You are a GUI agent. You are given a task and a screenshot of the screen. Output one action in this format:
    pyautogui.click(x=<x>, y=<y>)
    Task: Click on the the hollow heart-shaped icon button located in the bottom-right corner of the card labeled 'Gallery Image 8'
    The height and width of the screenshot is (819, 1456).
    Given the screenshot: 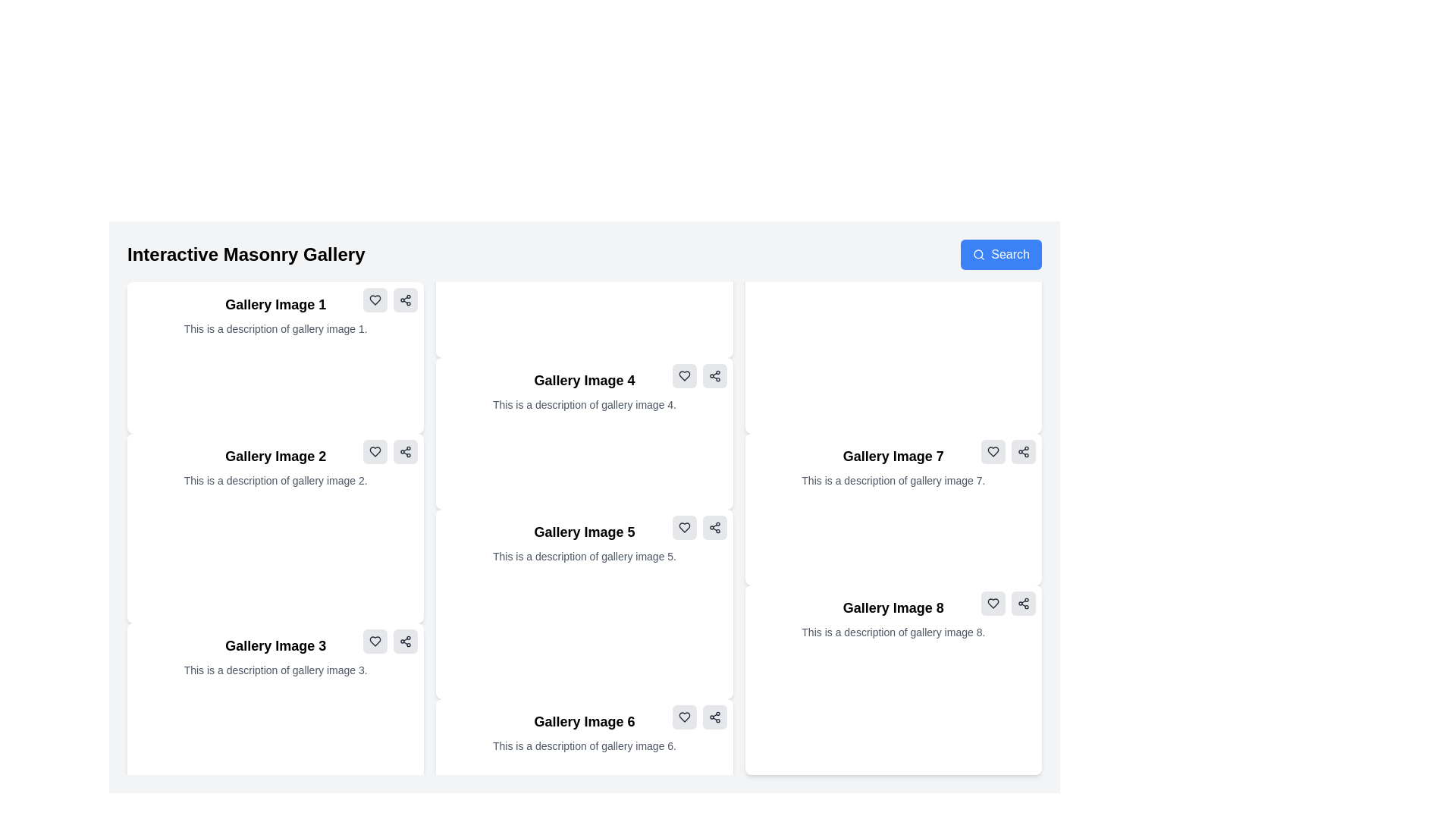 What is the action you would take?
    pyautogui.click(x=993, y=602)
    